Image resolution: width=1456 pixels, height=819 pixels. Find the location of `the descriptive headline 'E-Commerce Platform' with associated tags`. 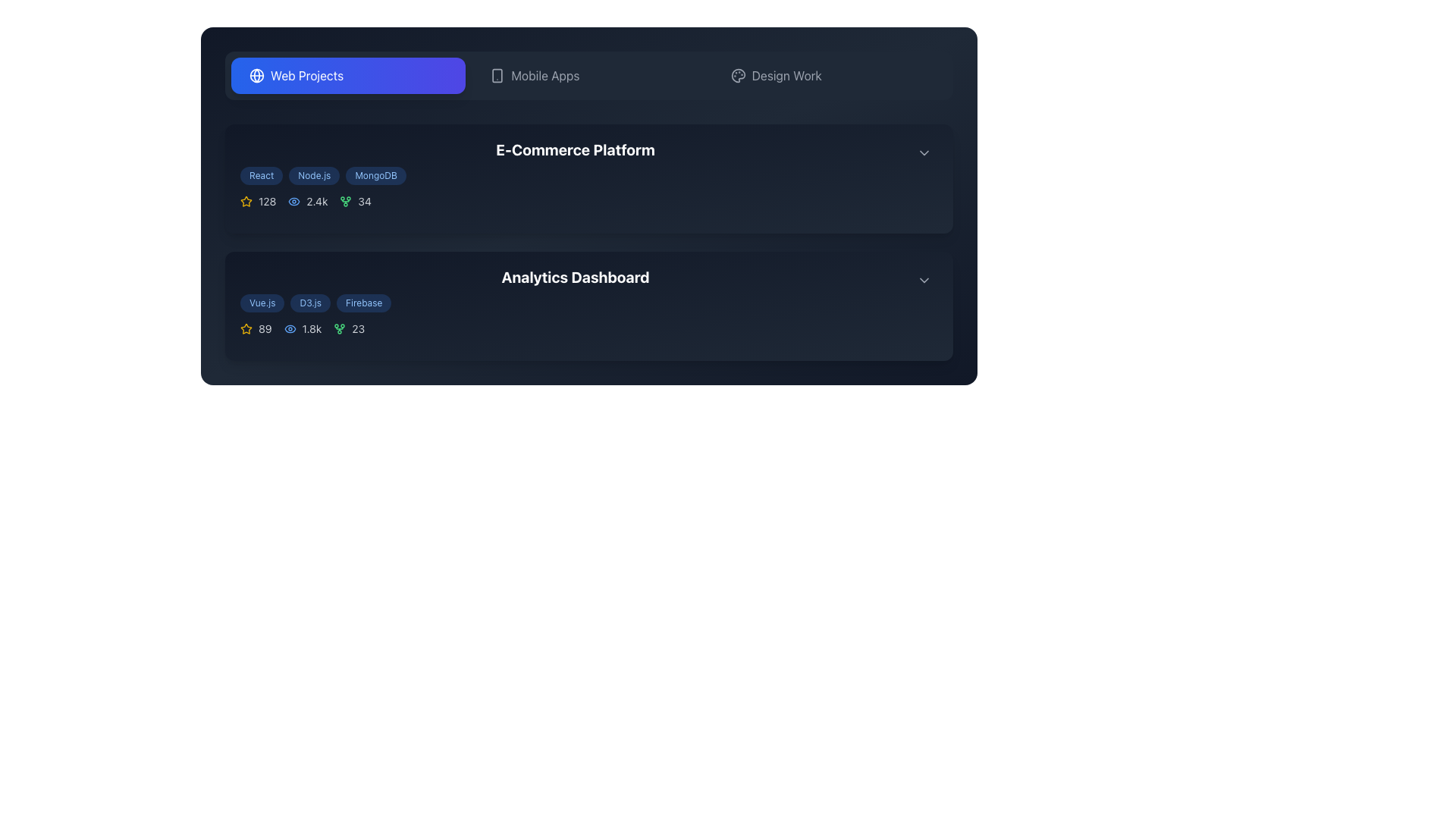

the descriptive headline 'E-Commerce Platform' with associated tags is located at coordinates (574, 166).